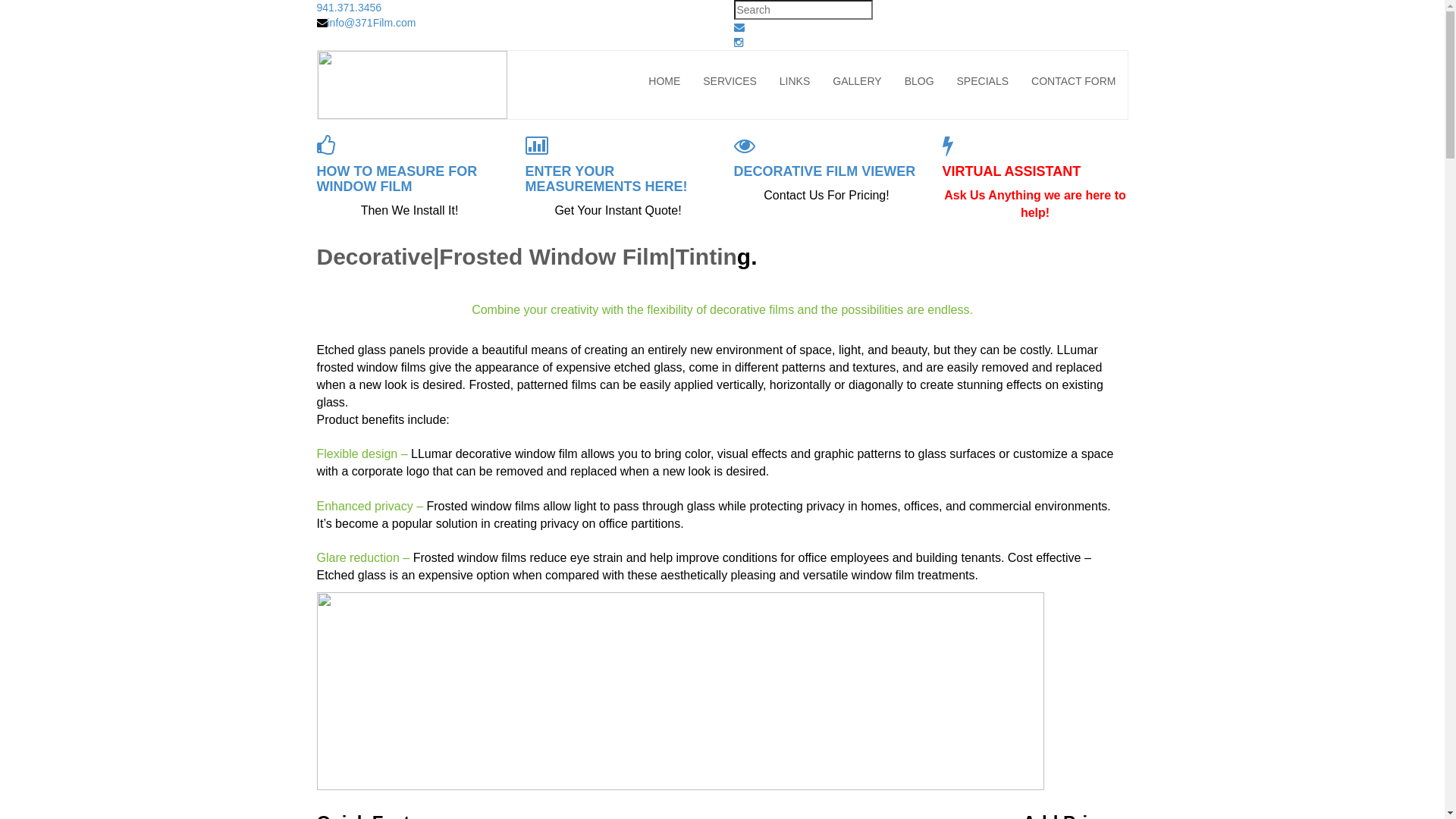 This screenshot has height=819, width=1456. Describe the element at coordinates (1034, 177) in the screenshot. I see `'VIRTUAL ASSISTANT` at that location.